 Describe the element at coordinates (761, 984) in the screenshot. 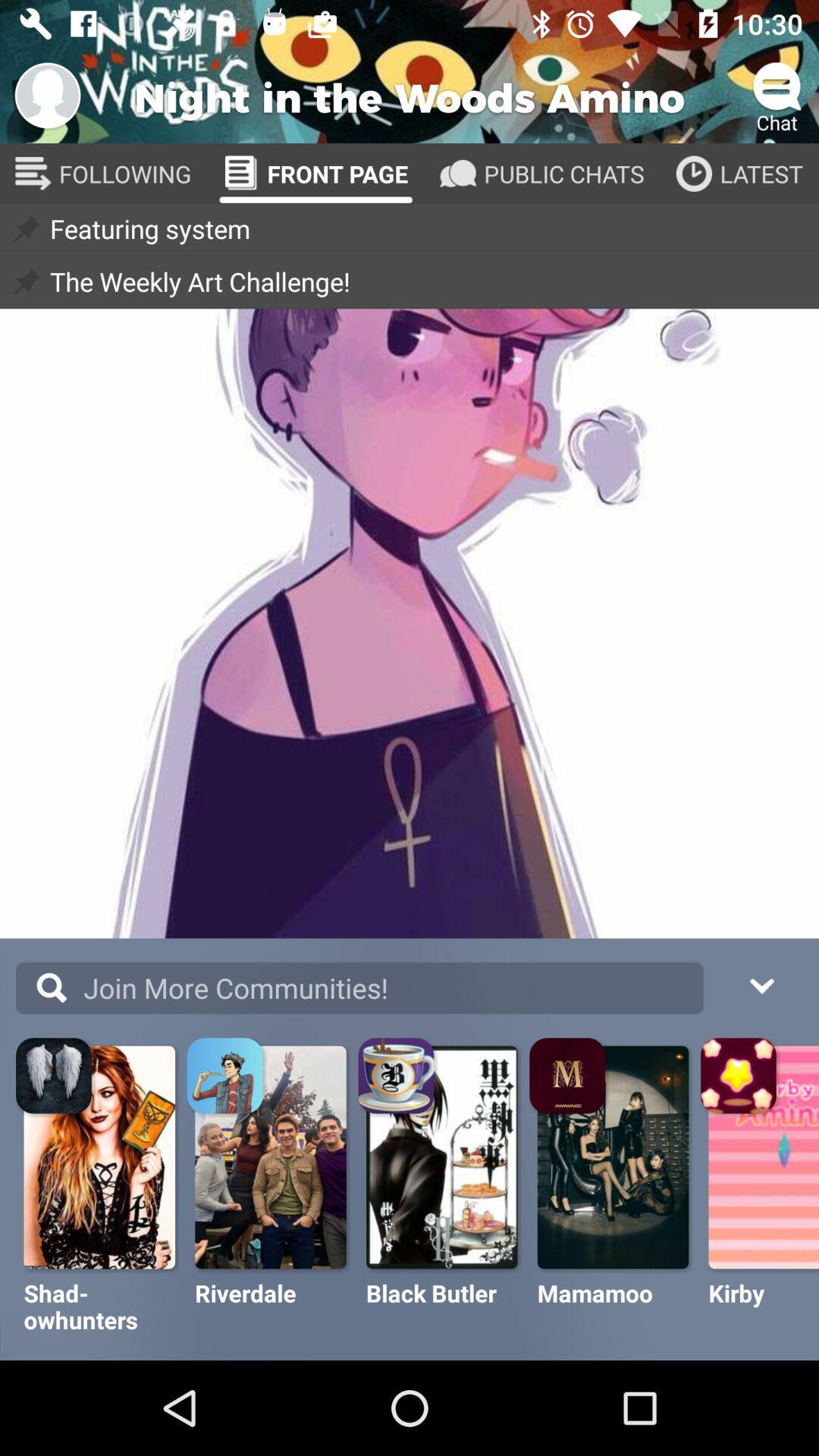

I see `the expand_more icon` at that location.